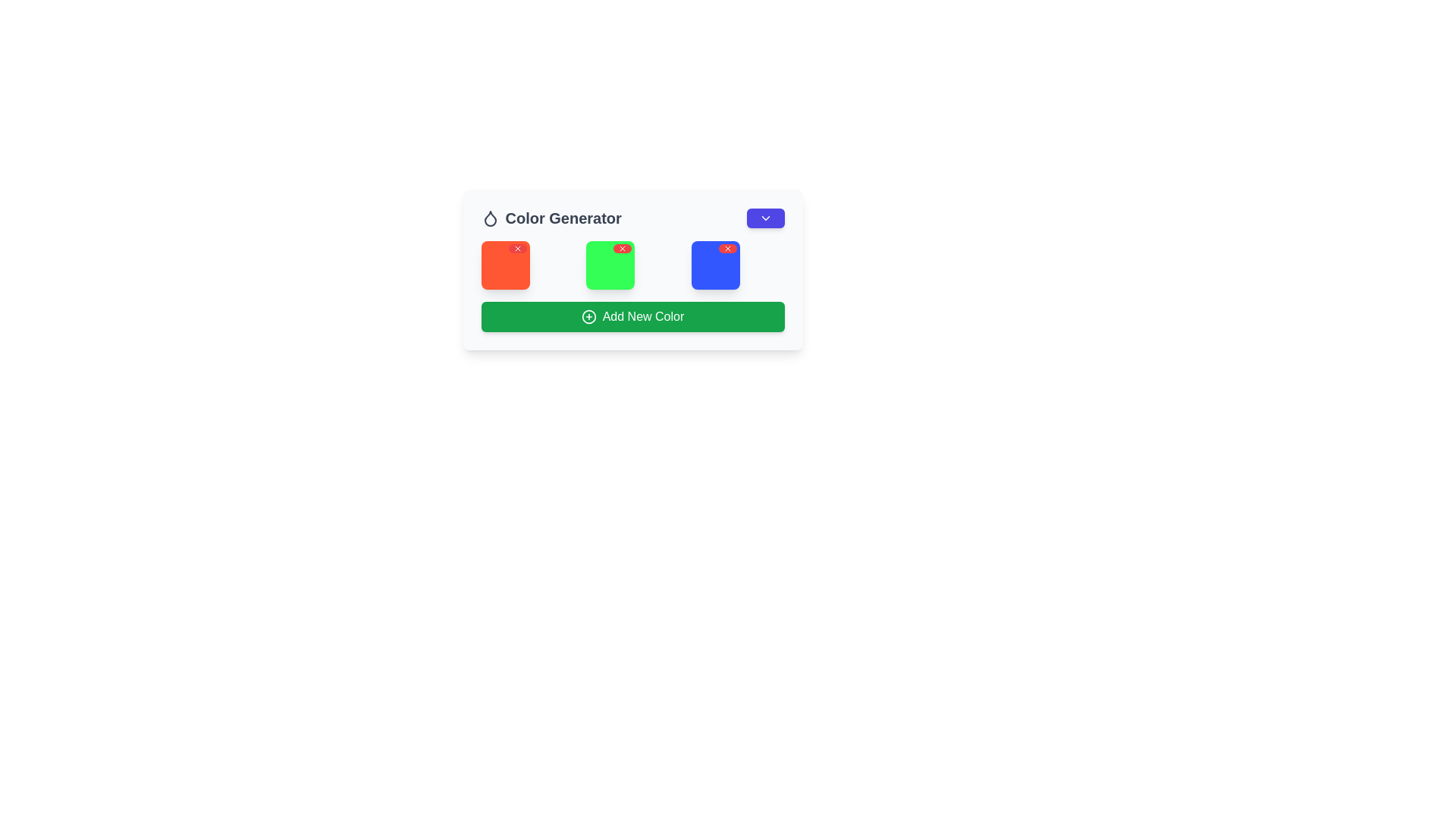  Describe the element at coordinates (726, 247) in the screenshot. I see `the small red circular badge with a white 'X' icon located in the top-right corner of the blue square card` at that location.